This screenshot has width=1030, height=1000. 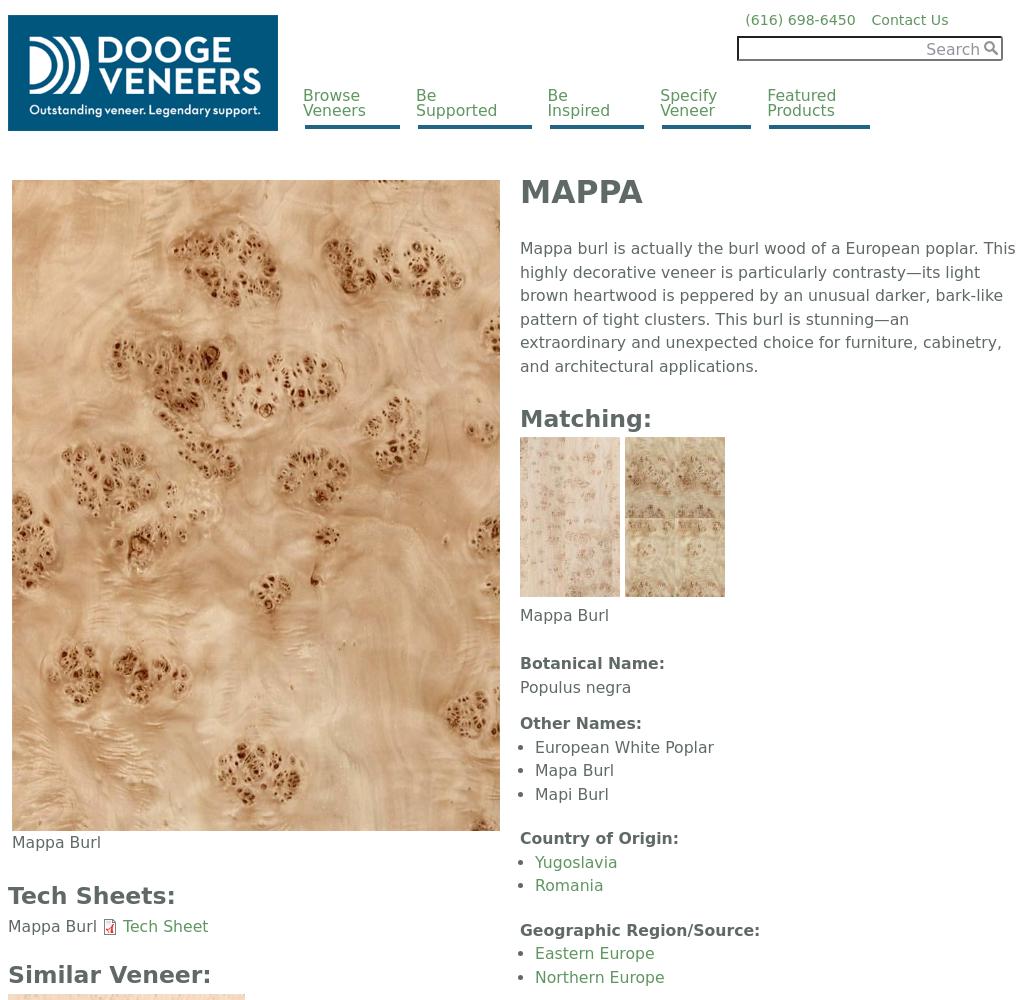 I want to click on 'MAPPA', so click(x=581, y=191).